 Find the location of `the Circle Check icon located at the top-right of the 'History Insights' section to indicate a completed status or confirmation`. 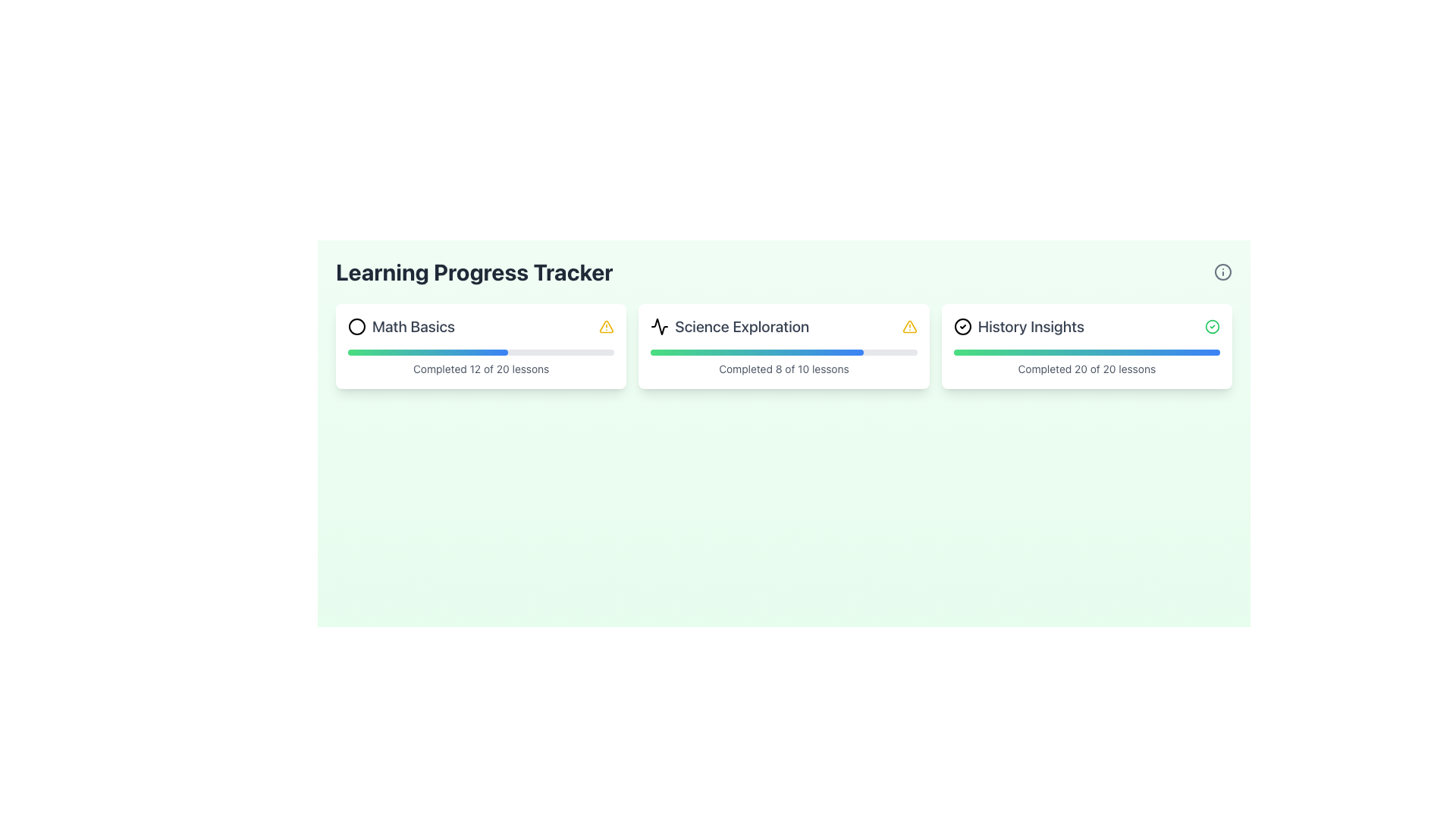

the Circle Check icon located at the top-right of the 'History Insights' section to indicate a completed status or confirmation is located at coordinates (1211, 326).